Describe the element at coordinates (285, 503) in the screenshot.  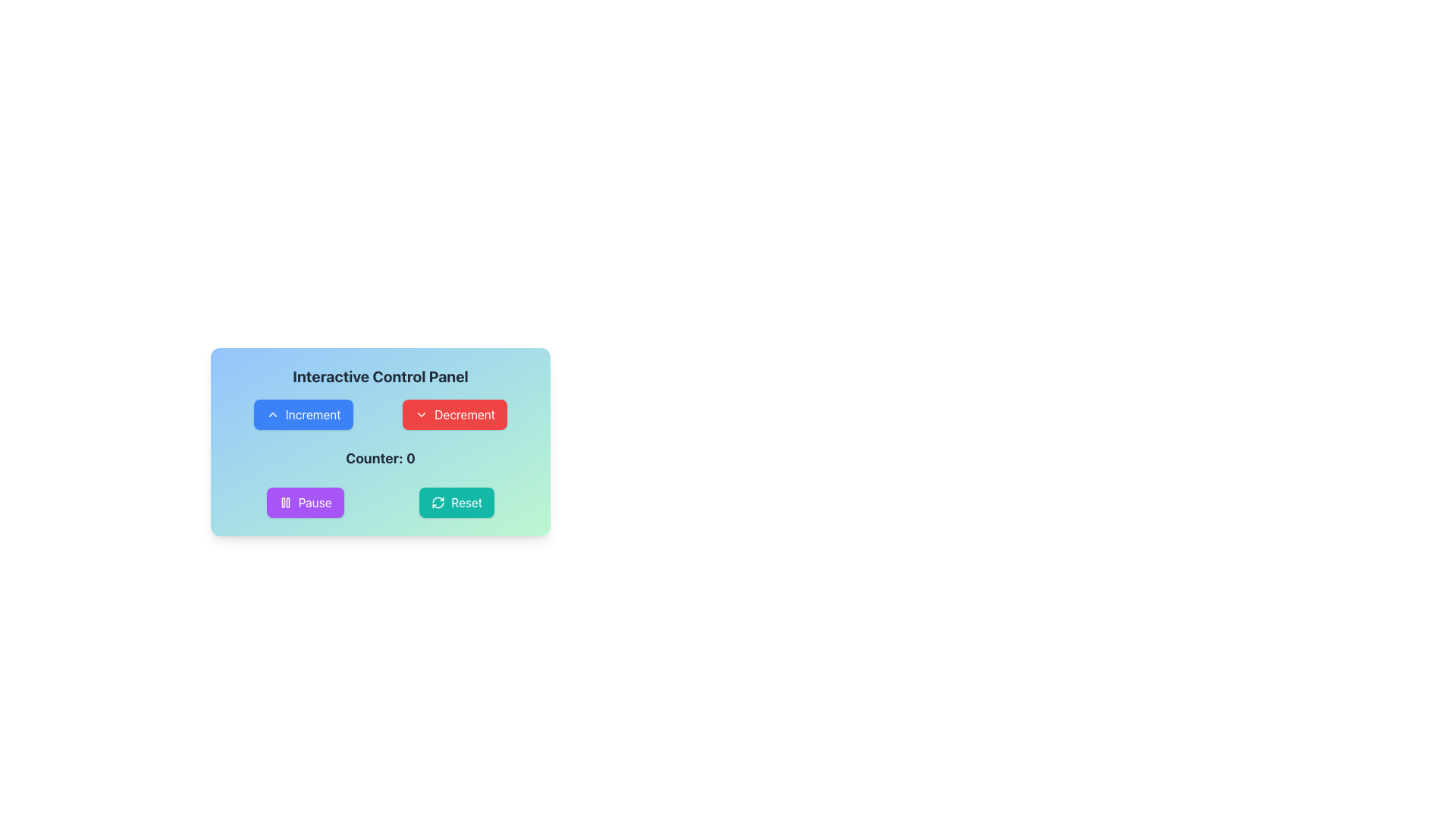
I see `the 'Pause' SVG icon located to the left of the text 'Pause' within the 'Pause' button on the control panel at the bottom center of the interface` at that location.